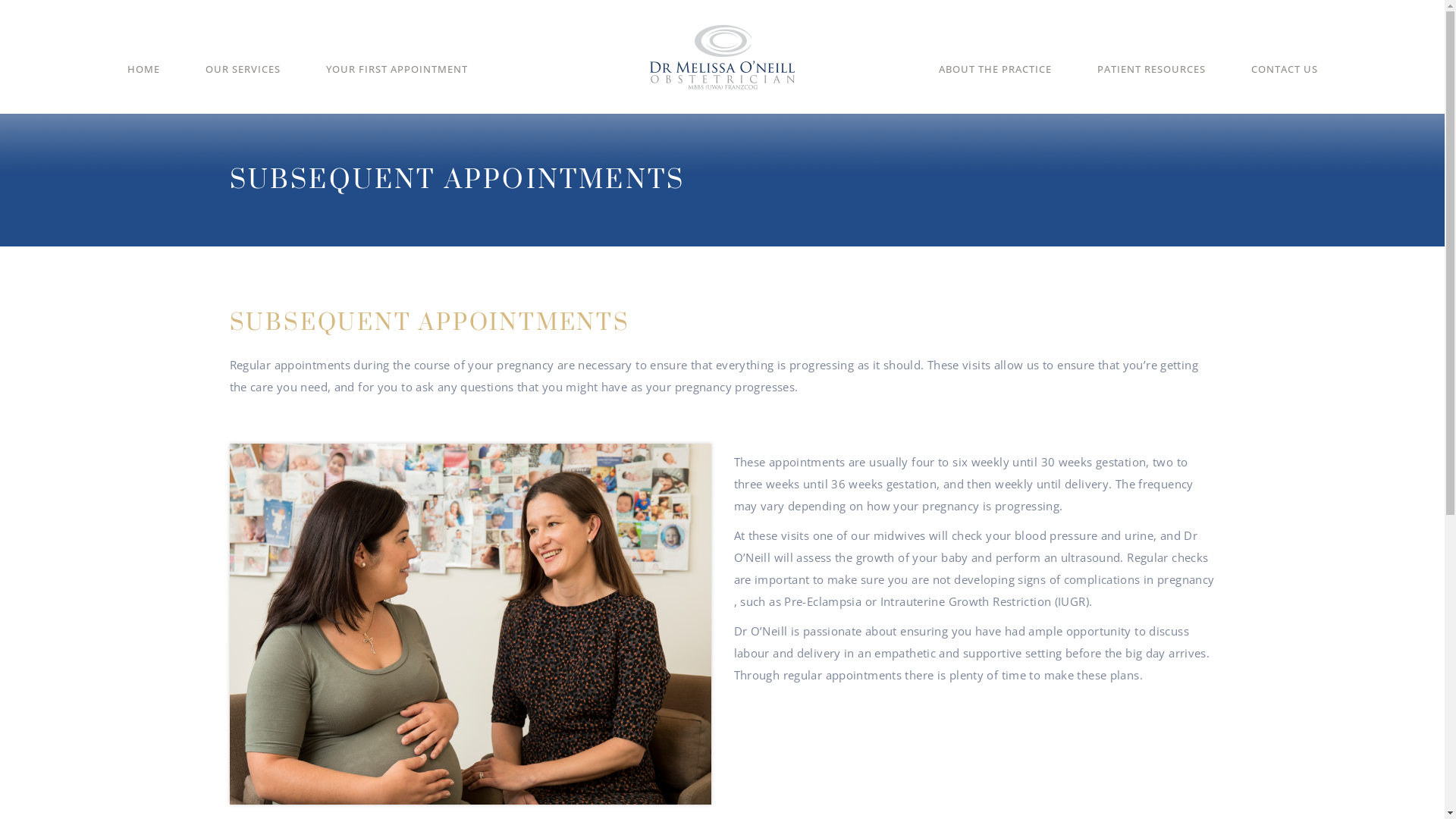 Image resolution: width=1456 pixels, height=819 pixels. I want to click on 'YOUR FIRST APPOINTMENT', so click(325, 80).